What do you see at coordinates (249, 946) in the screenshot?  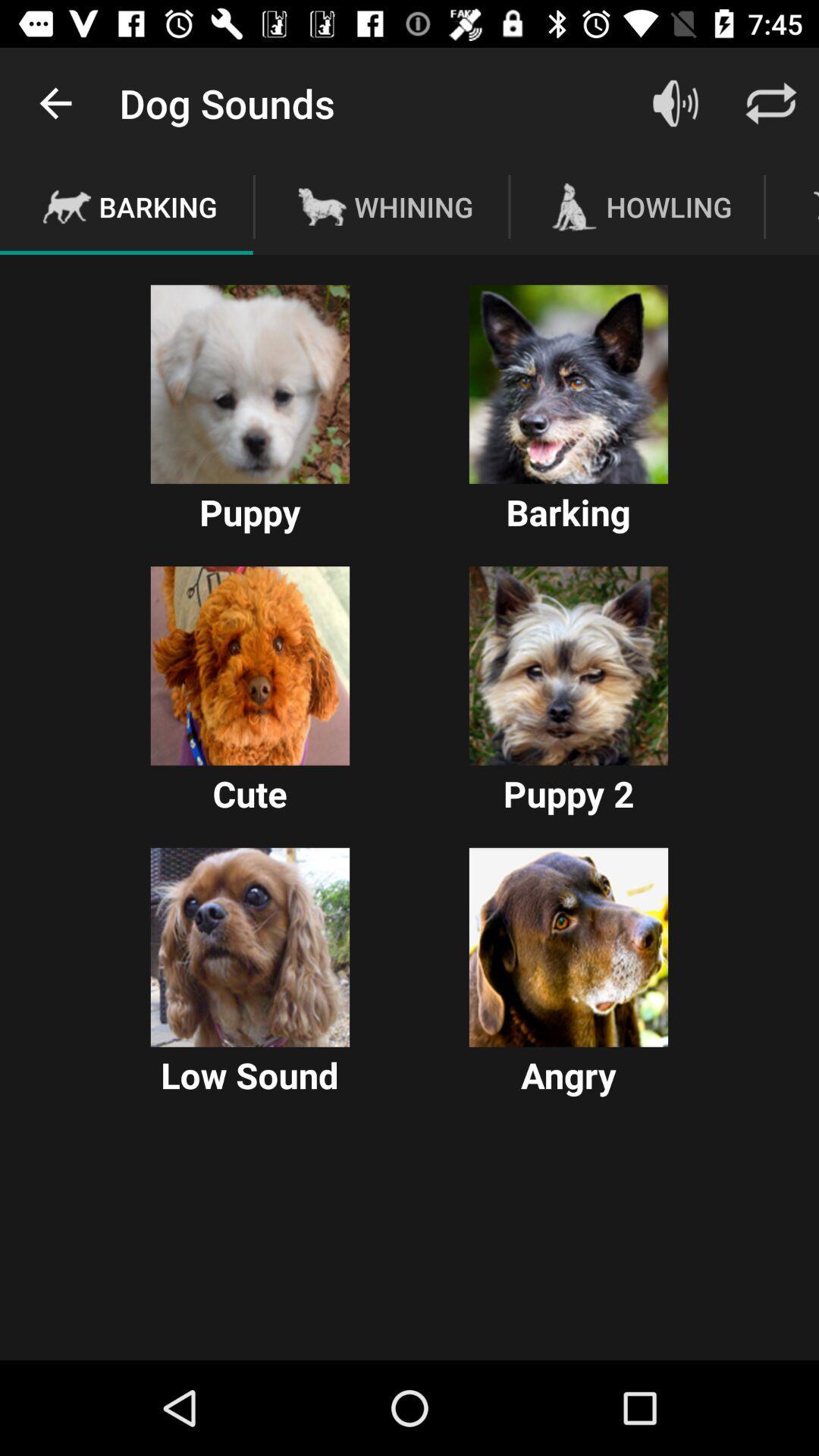 I see `sound` at bounding box center [249, 946].